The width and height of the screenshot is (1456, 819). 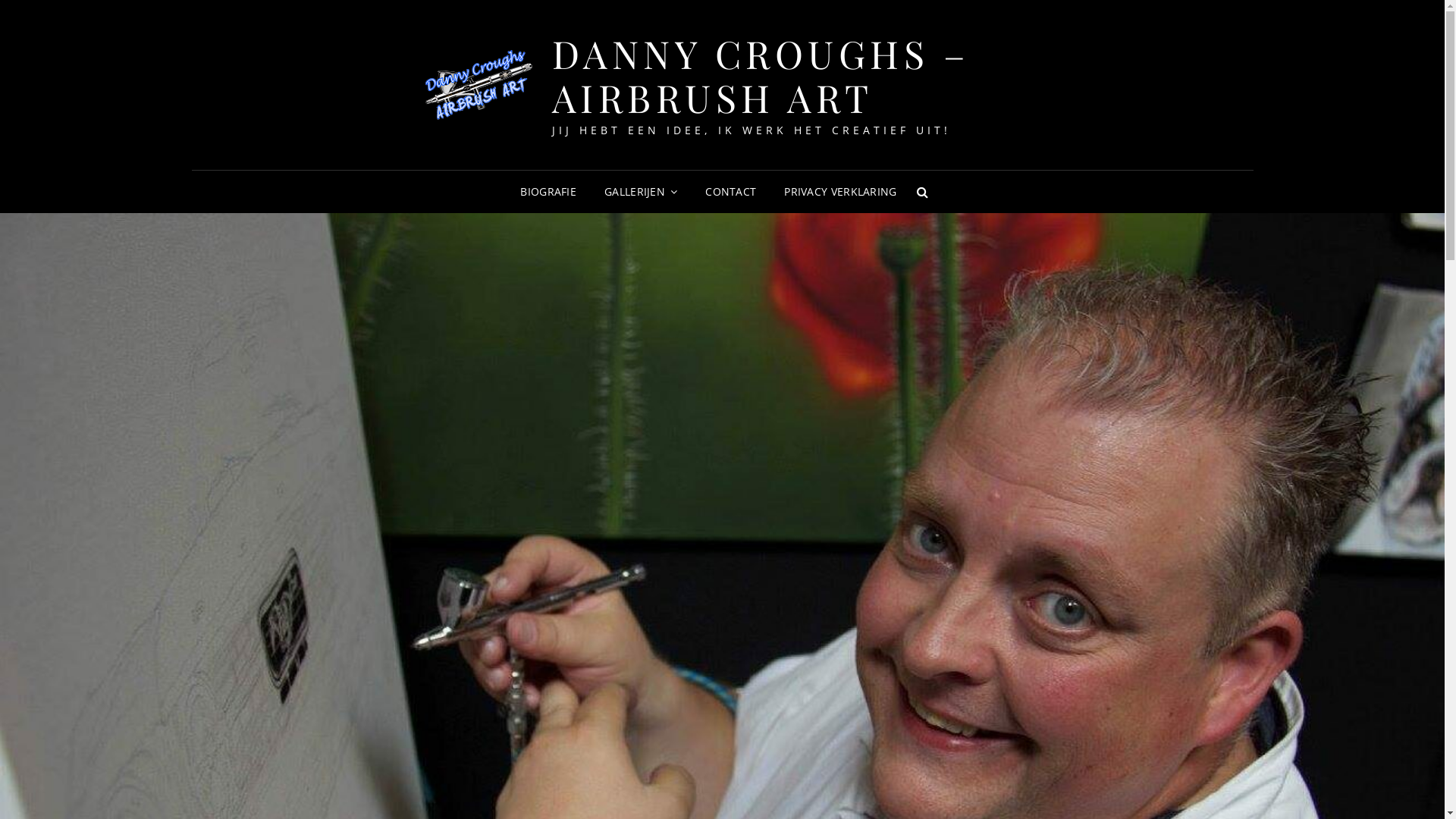 I want to click on 'CONTACT', so click(x=730, y=191).